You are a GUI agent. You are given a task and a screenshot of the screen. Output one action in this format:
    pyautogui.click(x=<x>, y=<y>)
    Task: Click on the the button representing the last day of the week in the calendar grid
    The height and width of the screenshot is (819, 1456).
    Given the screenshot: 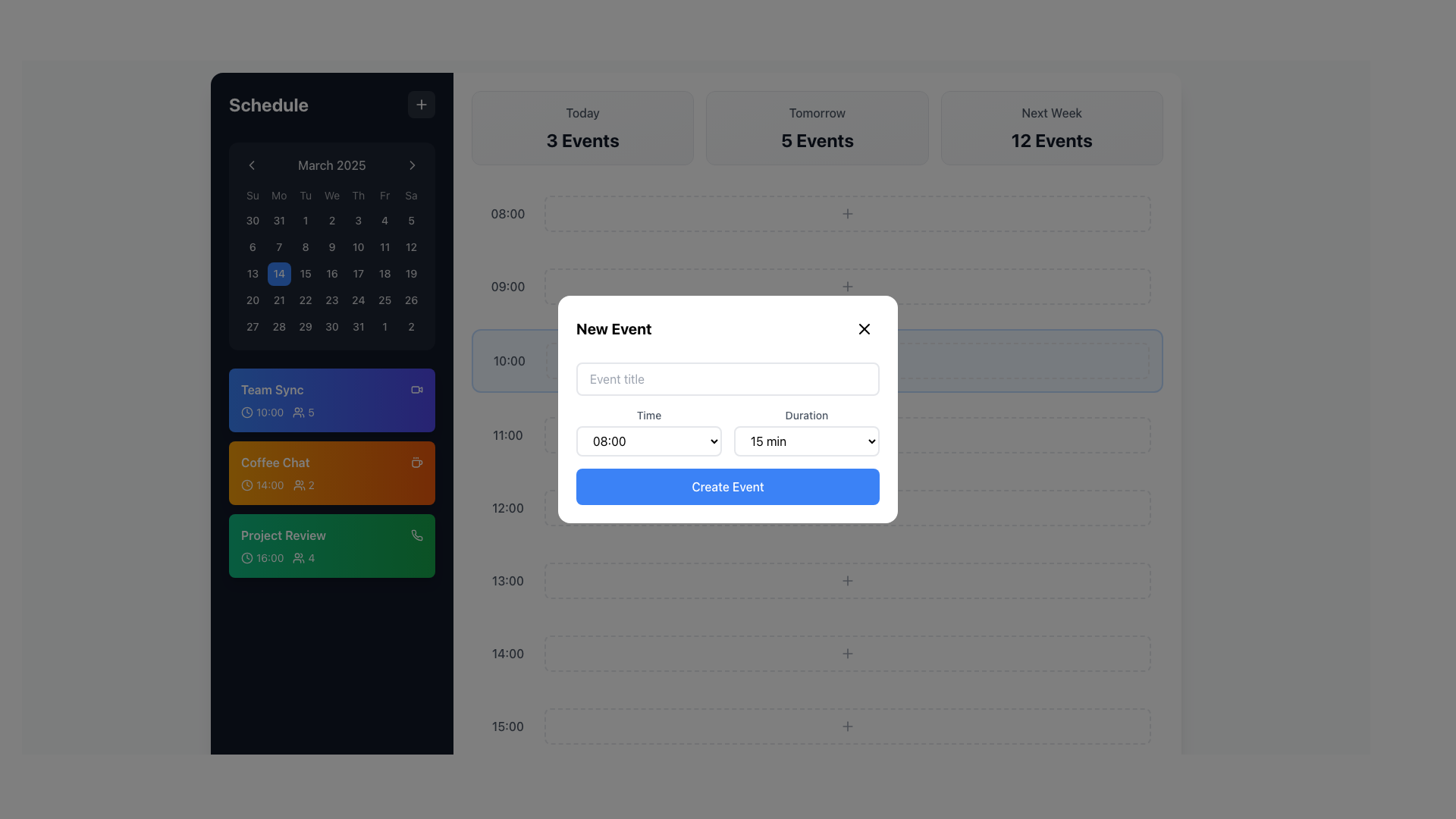 What is the action you would take?
    pyautogui.click(x=253, y=325)
    